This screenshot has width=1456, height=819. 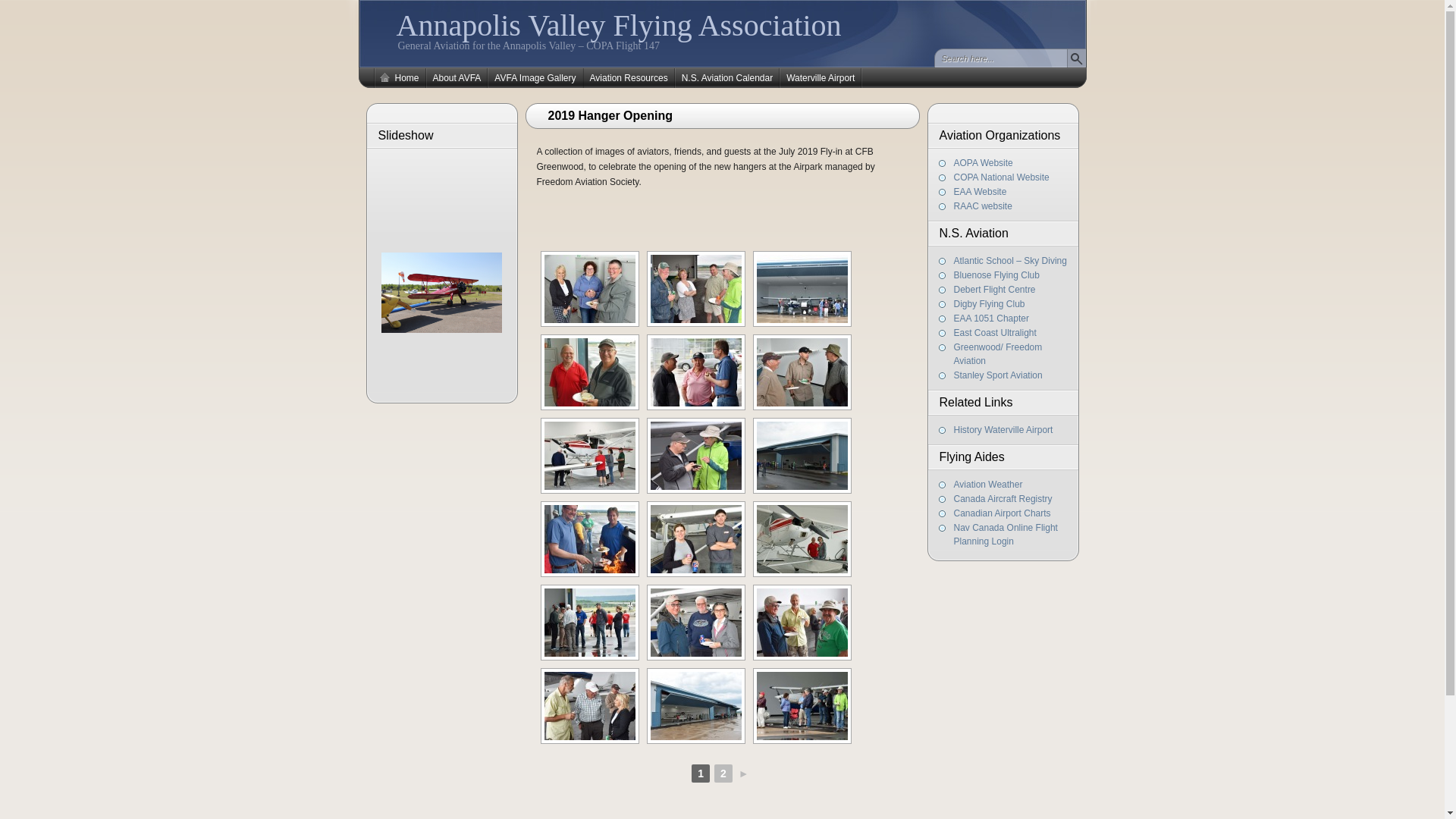 What do you see at coordinates (535, 78) in the screenshot?
I see `'AVFA Image Gallery'` at bounding box center [535, 78].